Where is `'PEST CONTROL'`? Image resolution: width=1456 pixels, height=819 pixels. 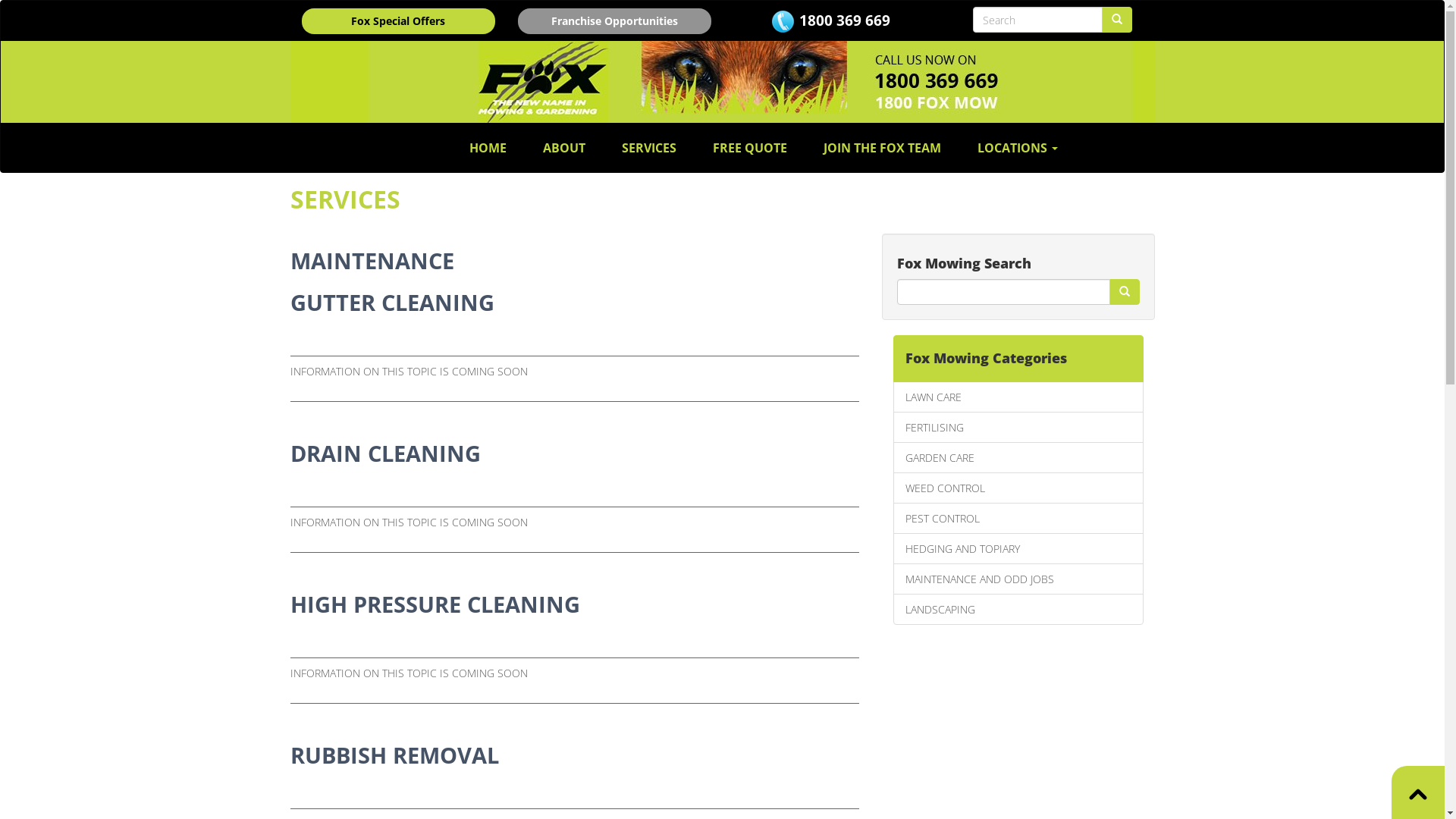 'PEST CONTROL' is located at coordinates (1018, 517).